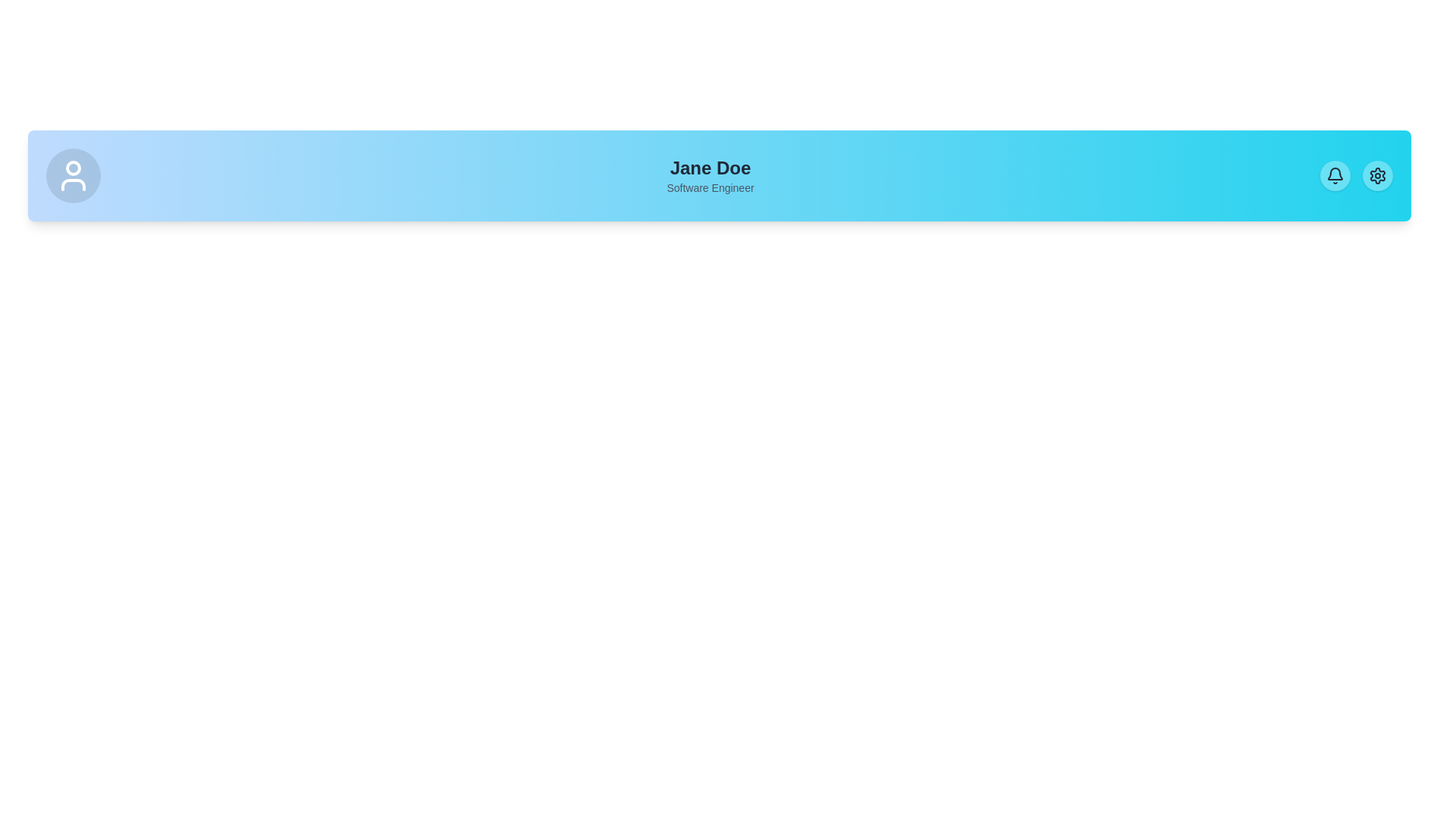 Image resolution: width=1456 pixels, height=819 pixels. Describe the element at coordinates (72, 174) in the screenshot. I see `the circular Avatar Component with a light grey background and a user figure icon, positioned near the top left of the gradient banner` at that location.